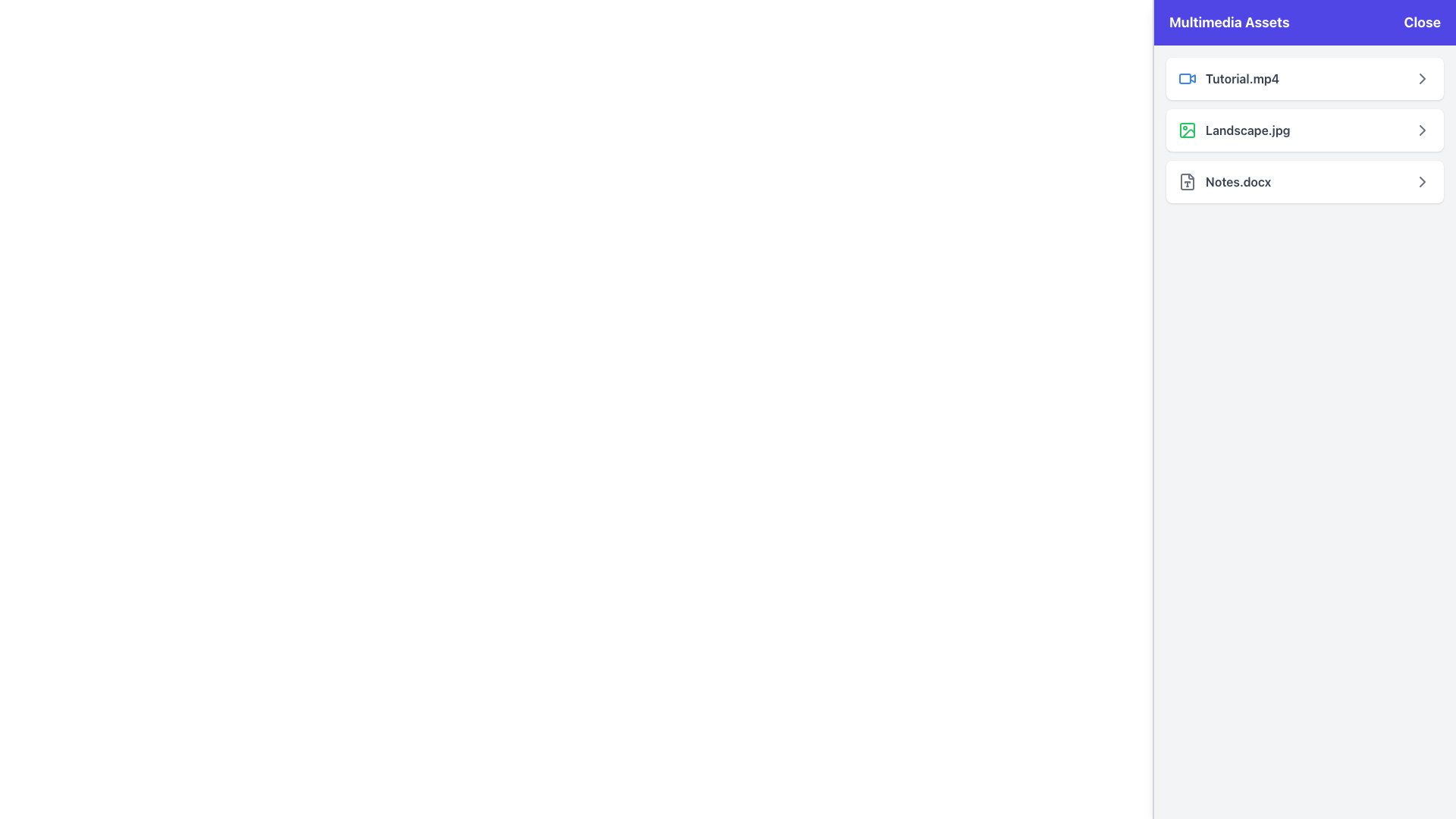  Describe the element at coordinates (1186, 130) in the screenshot. I see `the square with rounded corners that serves as the base graphical component of the icon, located to the left of the 'Landscape.jpg' text label in the 'Multimedia Assets' panel` at that location.